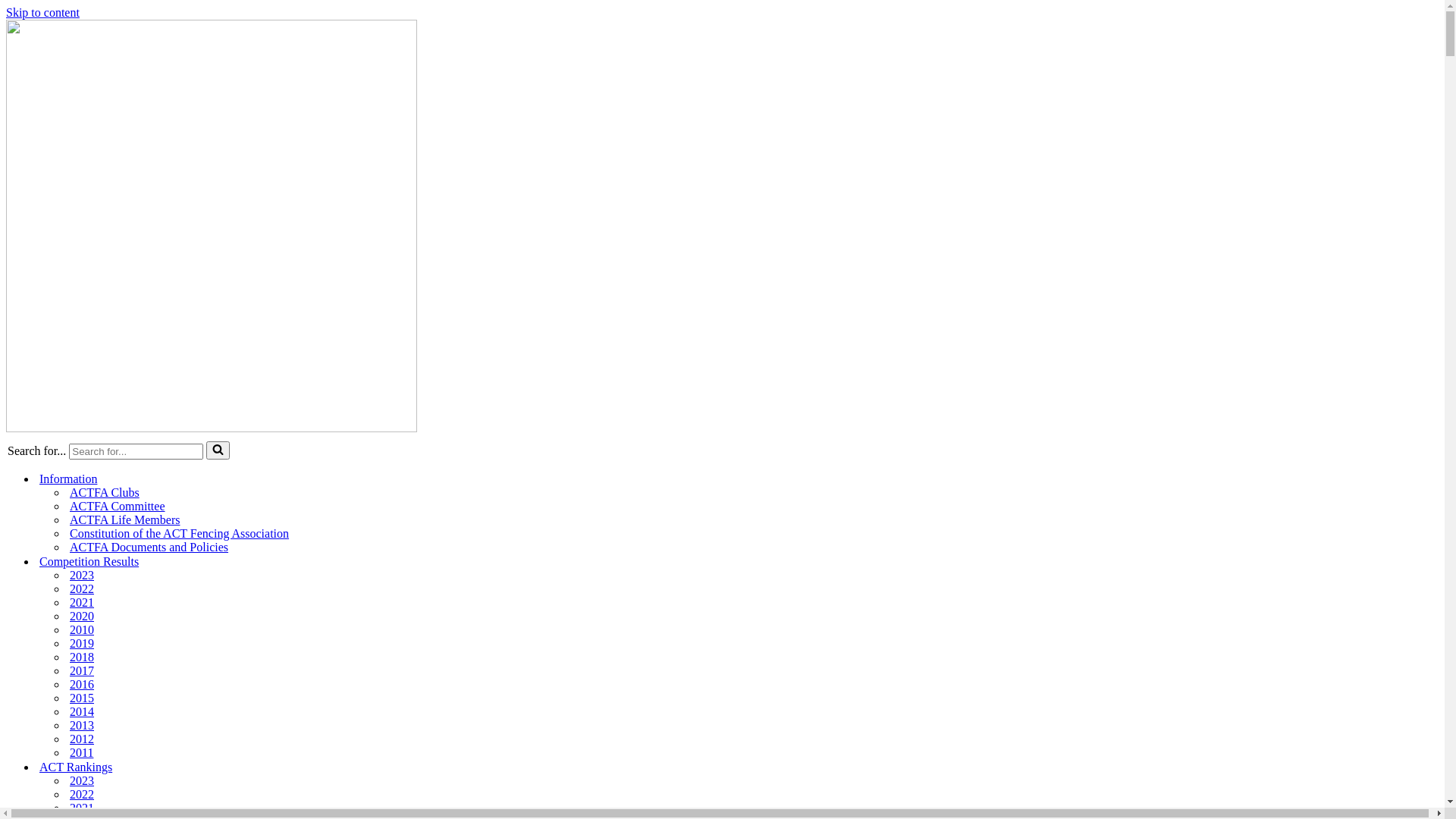 The height and width of the screenshot is (819, 1456). I want to click on '2010', so click(81, 629).